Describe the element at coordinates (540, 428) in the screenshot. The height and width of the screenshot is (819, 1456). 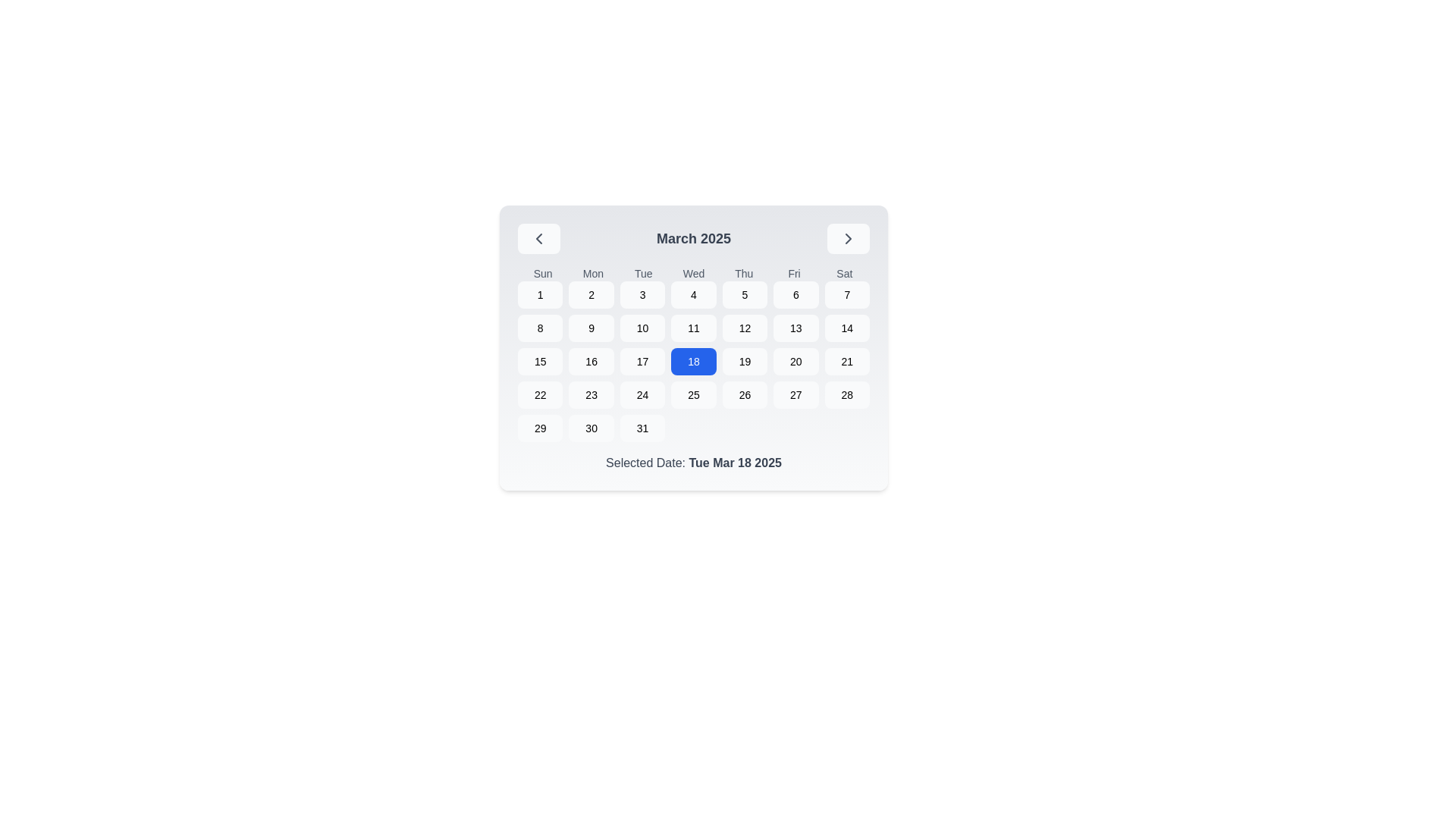
I see `the button representing calendar day '29', which is a rounded box with a light gray background and the number '29' centered within it` at that location.